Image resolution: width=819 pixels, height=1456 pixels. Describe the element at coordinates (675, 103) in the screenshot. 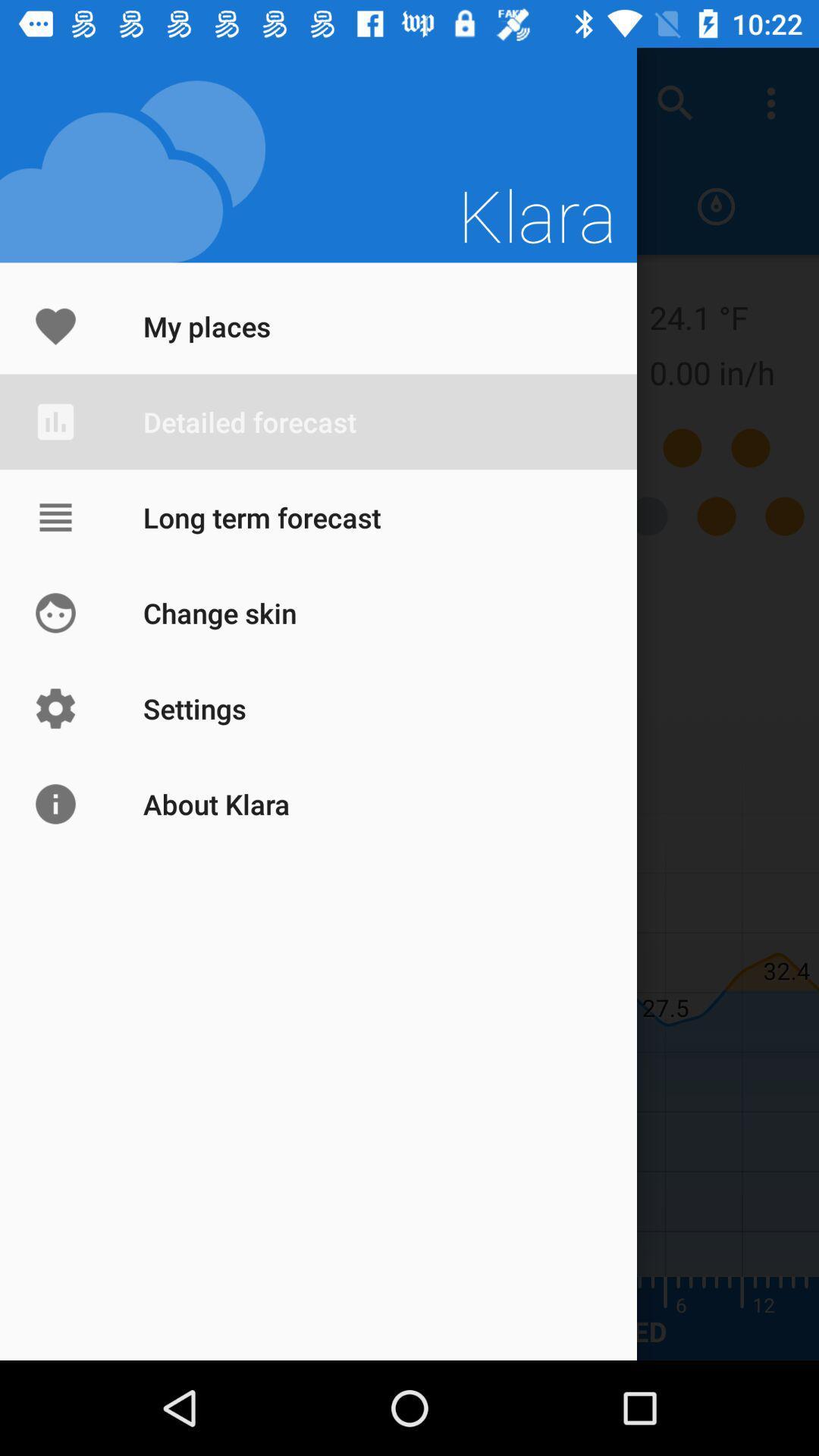

I see `the search icon which is before the menu icon on the top right corner` at that location.